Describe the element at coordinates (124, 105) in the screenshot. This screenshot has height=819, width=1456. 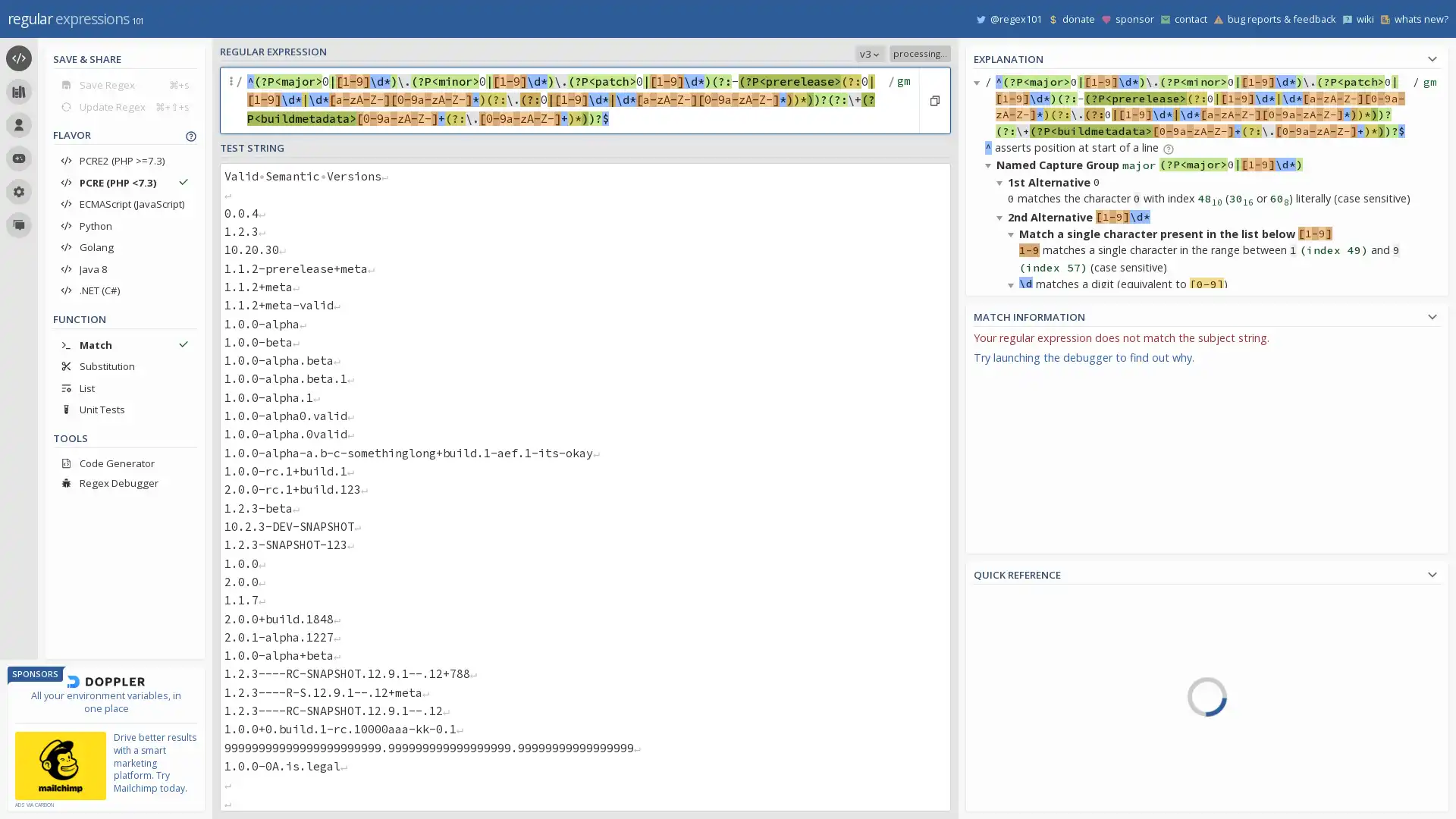
I see `Update Regex ++s` at that location.